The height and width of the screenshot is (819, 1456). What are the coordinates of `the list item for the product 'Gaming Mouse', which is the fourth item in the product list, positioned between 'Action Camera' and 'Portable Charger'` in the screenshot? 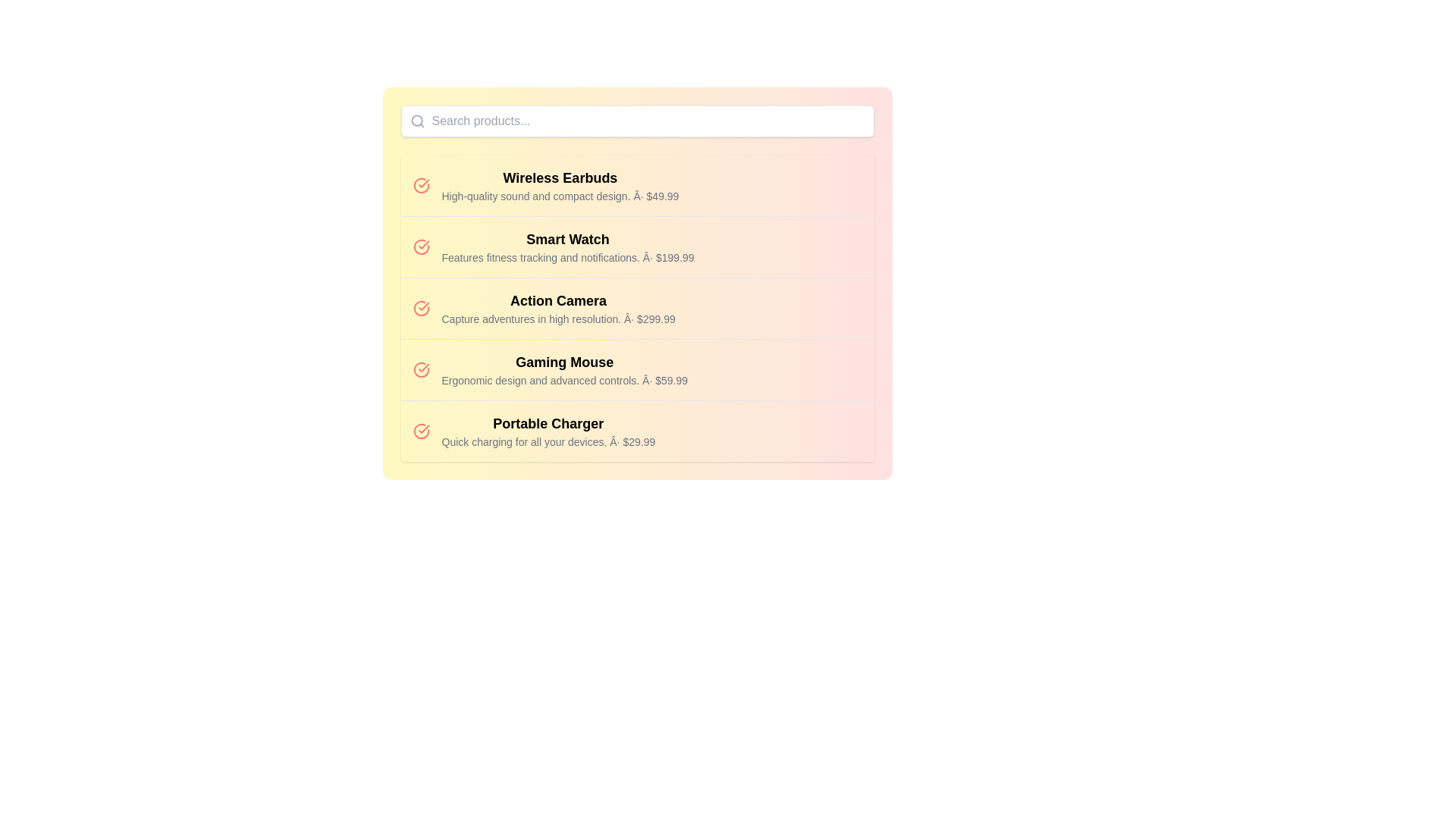 It's located at (637, 369).